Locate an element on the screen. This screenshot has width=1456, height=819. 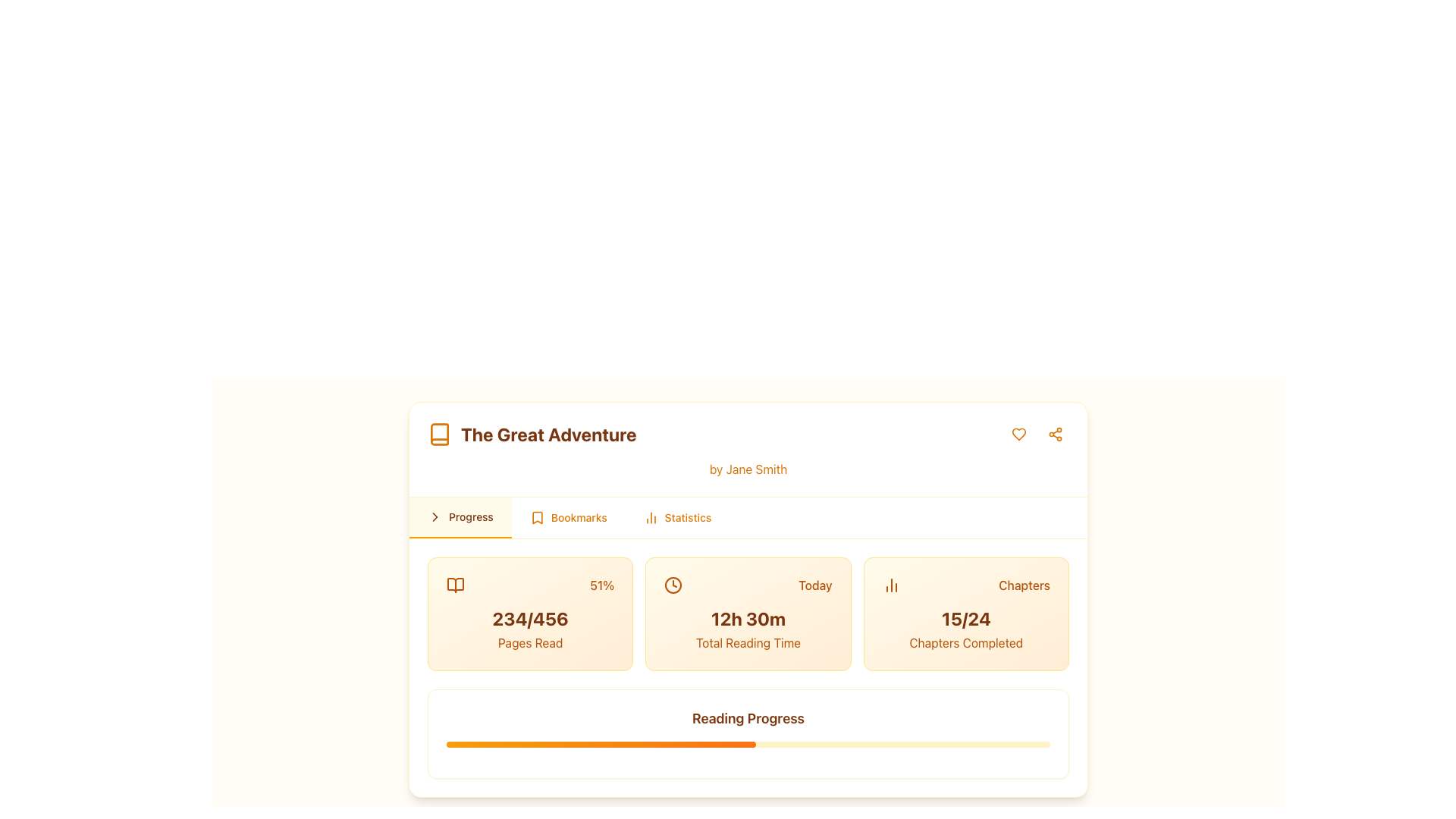
the text label displaying the fraction '234/456' in bold amber color, located beneath the percentage value '51%' and an icon representing a book is located at coordinates (530, 619).